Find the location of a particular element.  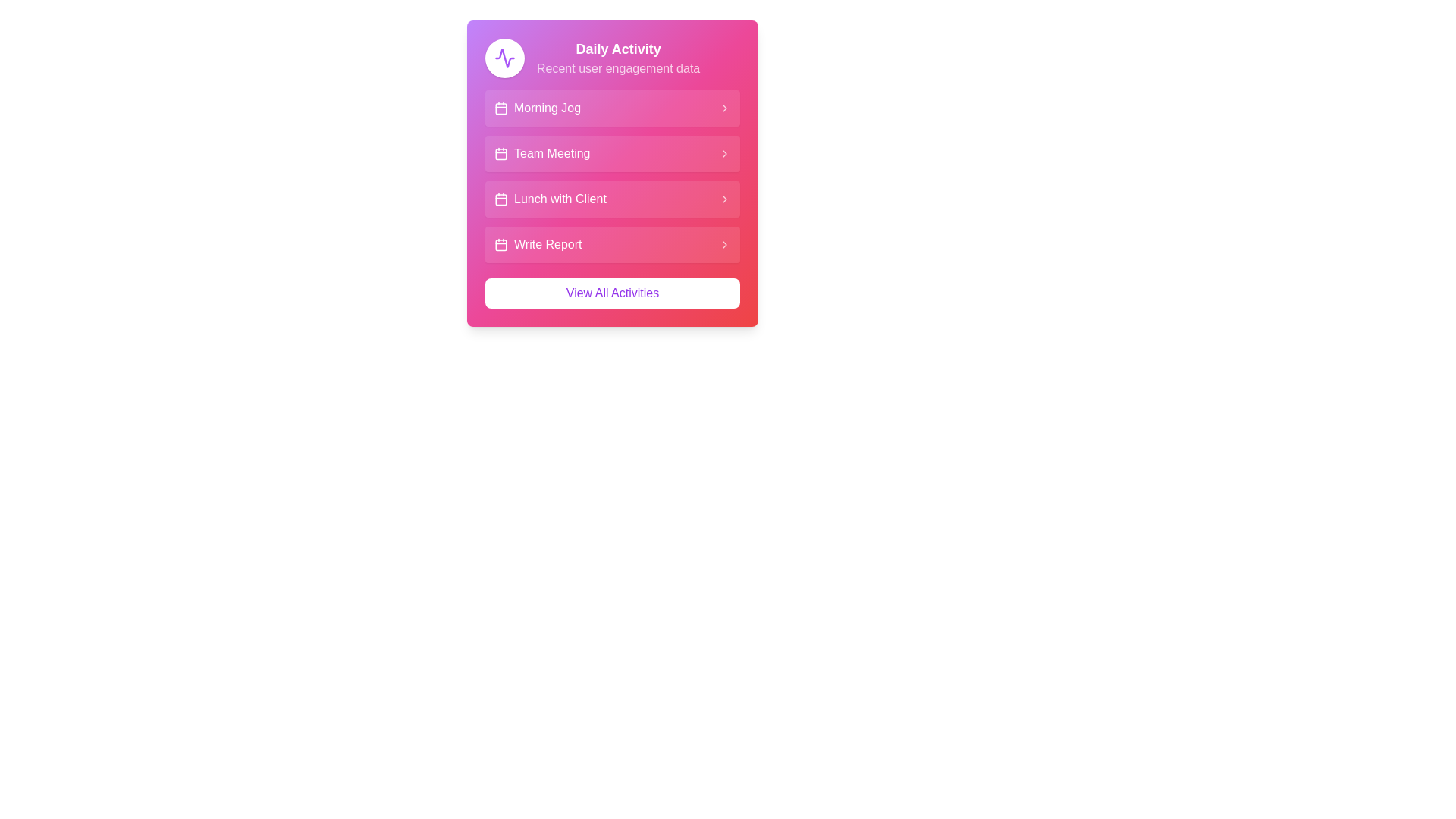

the fourth list item labeled 'Write Report' in the Daily Activity section is located at coordinates (612, 244).